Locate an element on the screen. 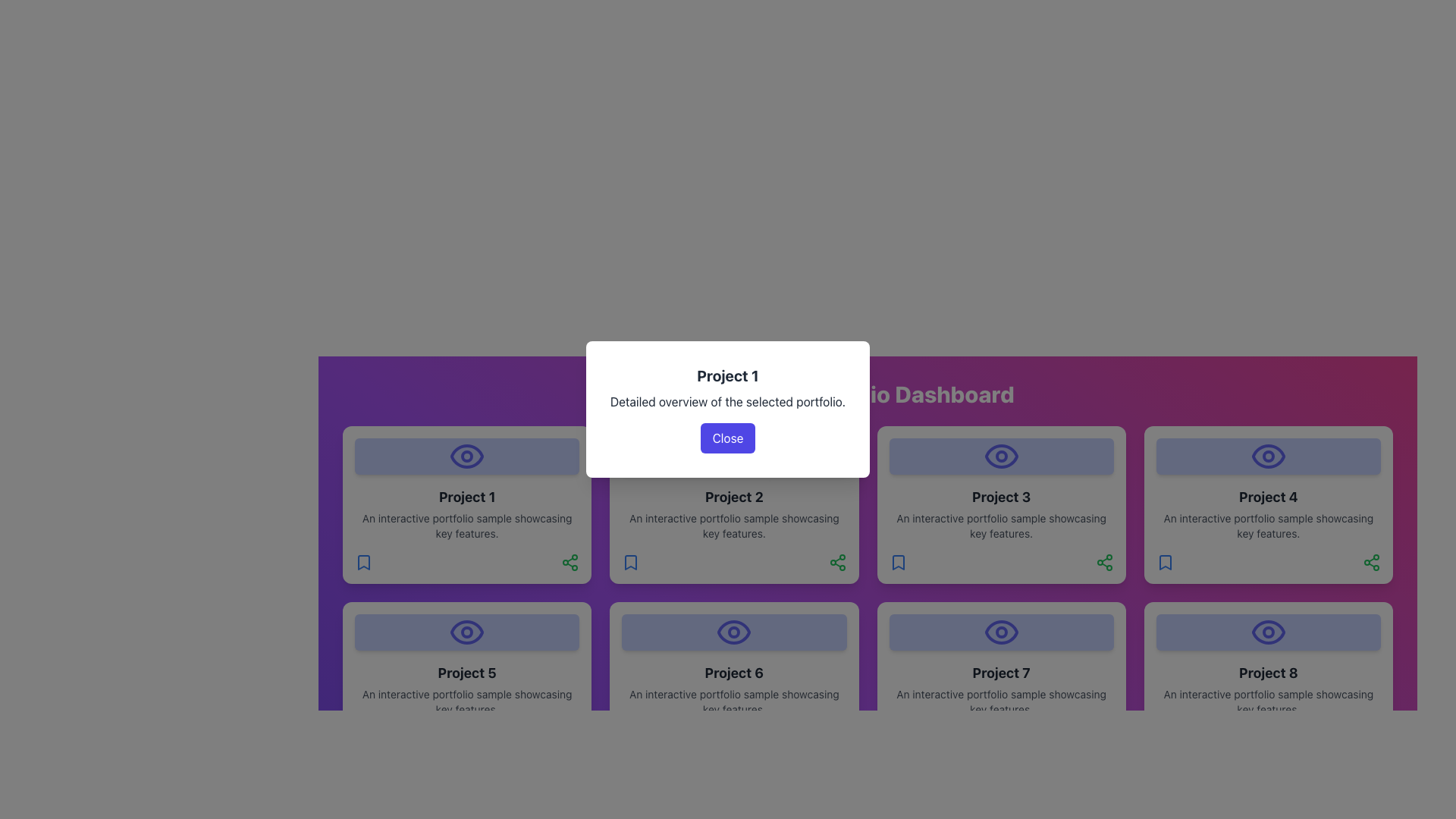 The image size is (1456, 819). the text label 'Project 8' which is styled in bold dark gray and located below a blue icon in the eighth card of the portfolio grid is located at coordinates (1268, 672).